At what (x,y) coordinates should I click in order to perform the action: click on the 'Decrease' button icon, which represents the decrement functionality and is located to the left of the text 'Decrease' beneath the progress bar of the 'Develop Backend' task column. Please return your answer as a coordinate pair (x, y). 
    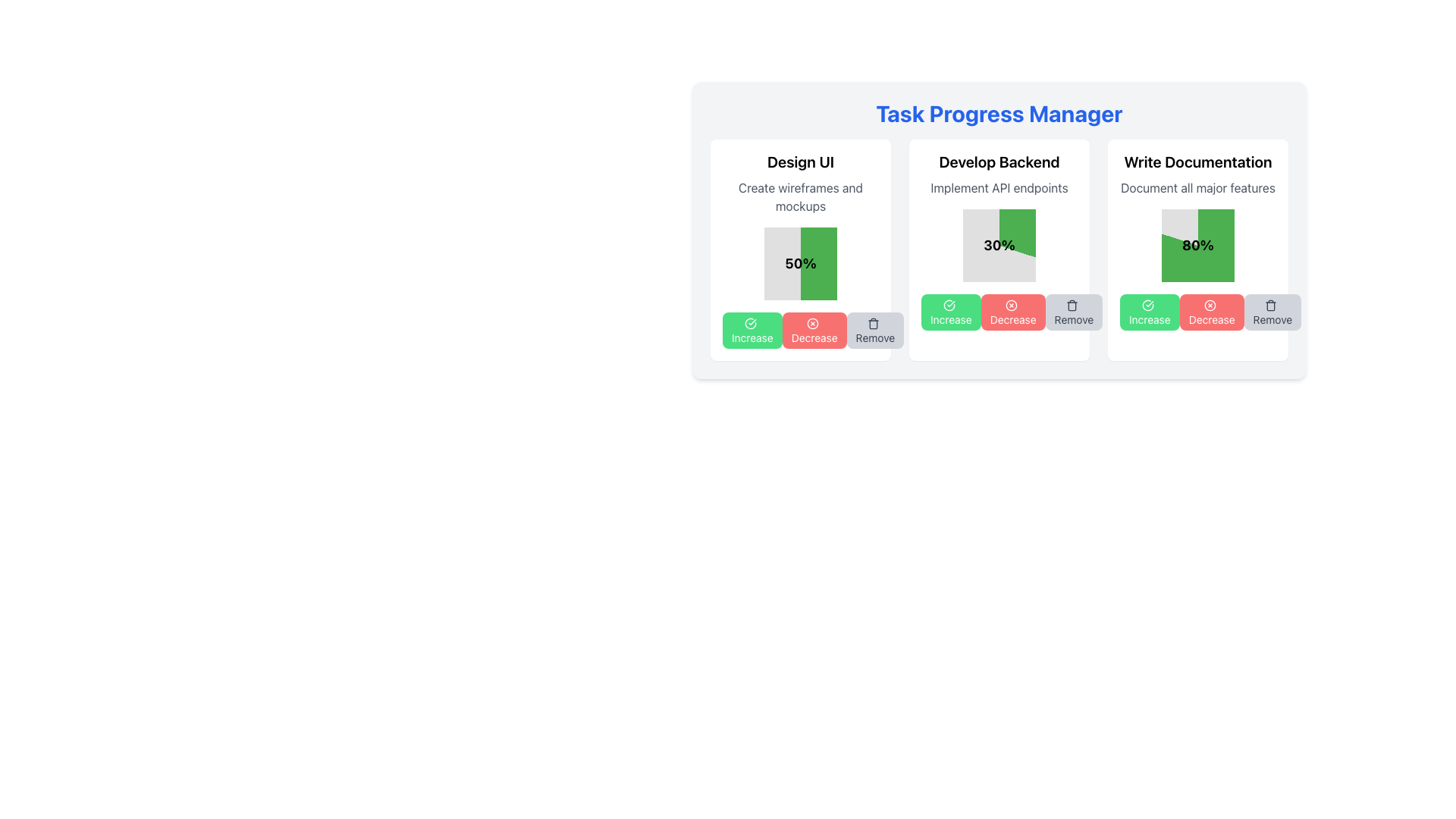
    Looking at the image, I should click on (1012, 306).